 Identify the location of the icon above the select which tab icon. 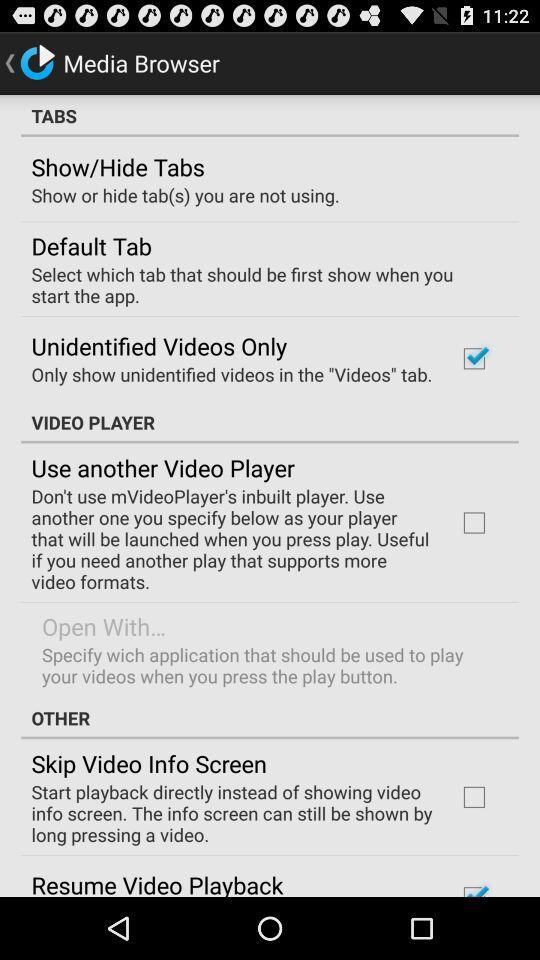
(90, 244).